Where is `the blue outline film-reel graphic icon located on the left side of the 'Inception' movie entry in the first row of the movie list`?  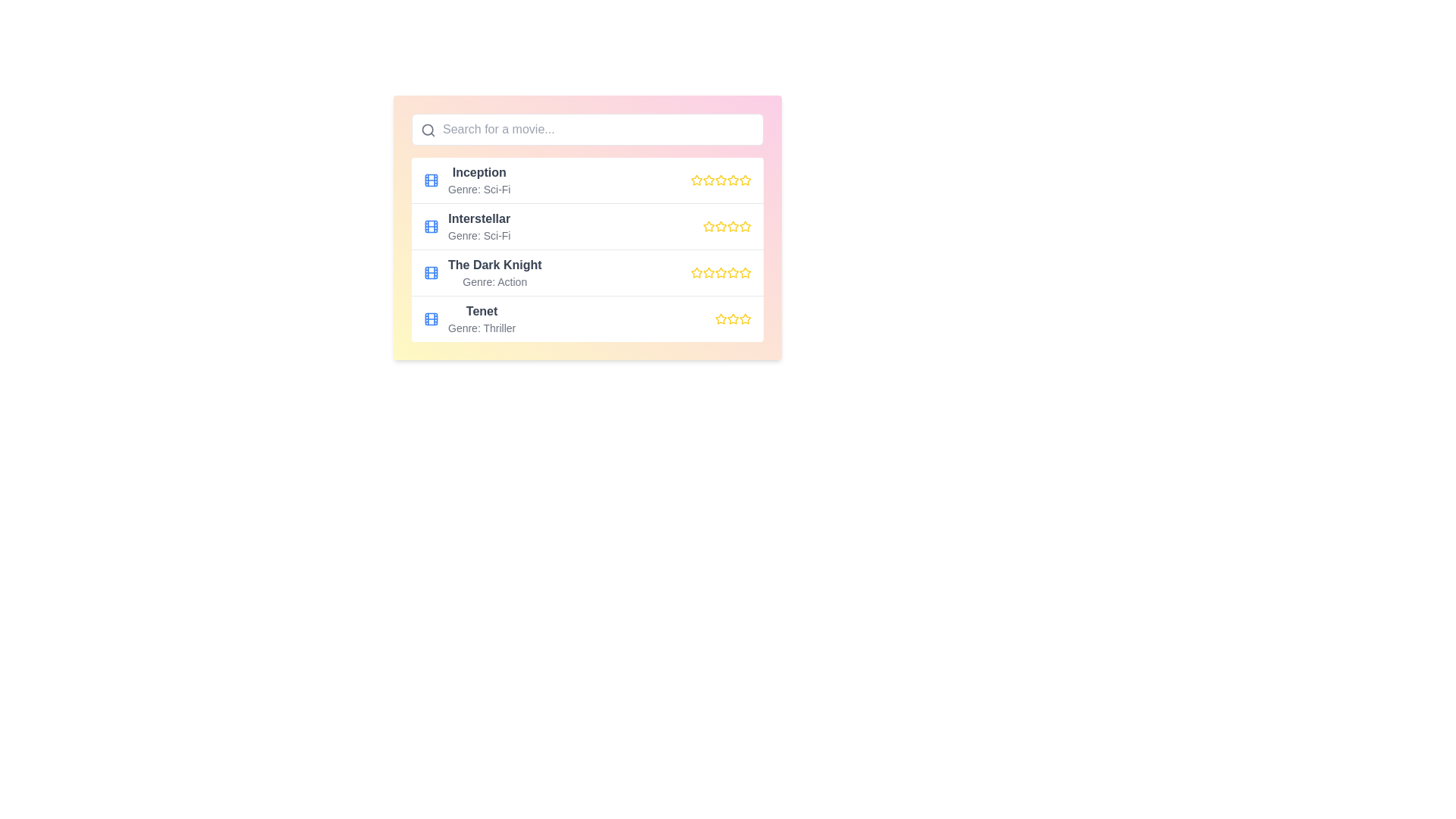
the blue outline film-reel graphic icon located on the left side of the 'Inception' movie entry in the first row of the movie list is located at coordinates (431, 180).